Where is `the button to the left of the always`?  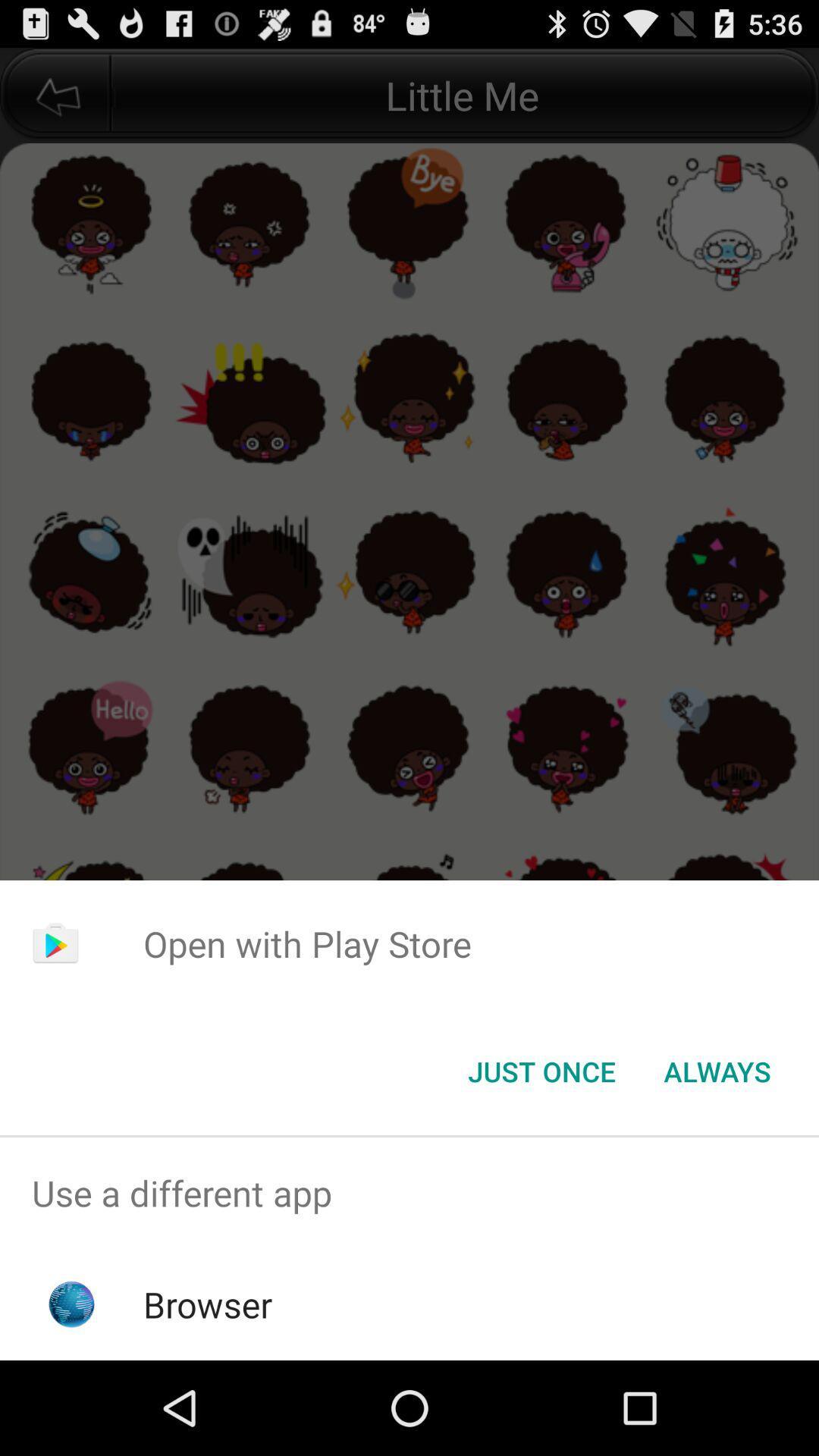 the button to the left of the always is located at coordinates (541, 1070).